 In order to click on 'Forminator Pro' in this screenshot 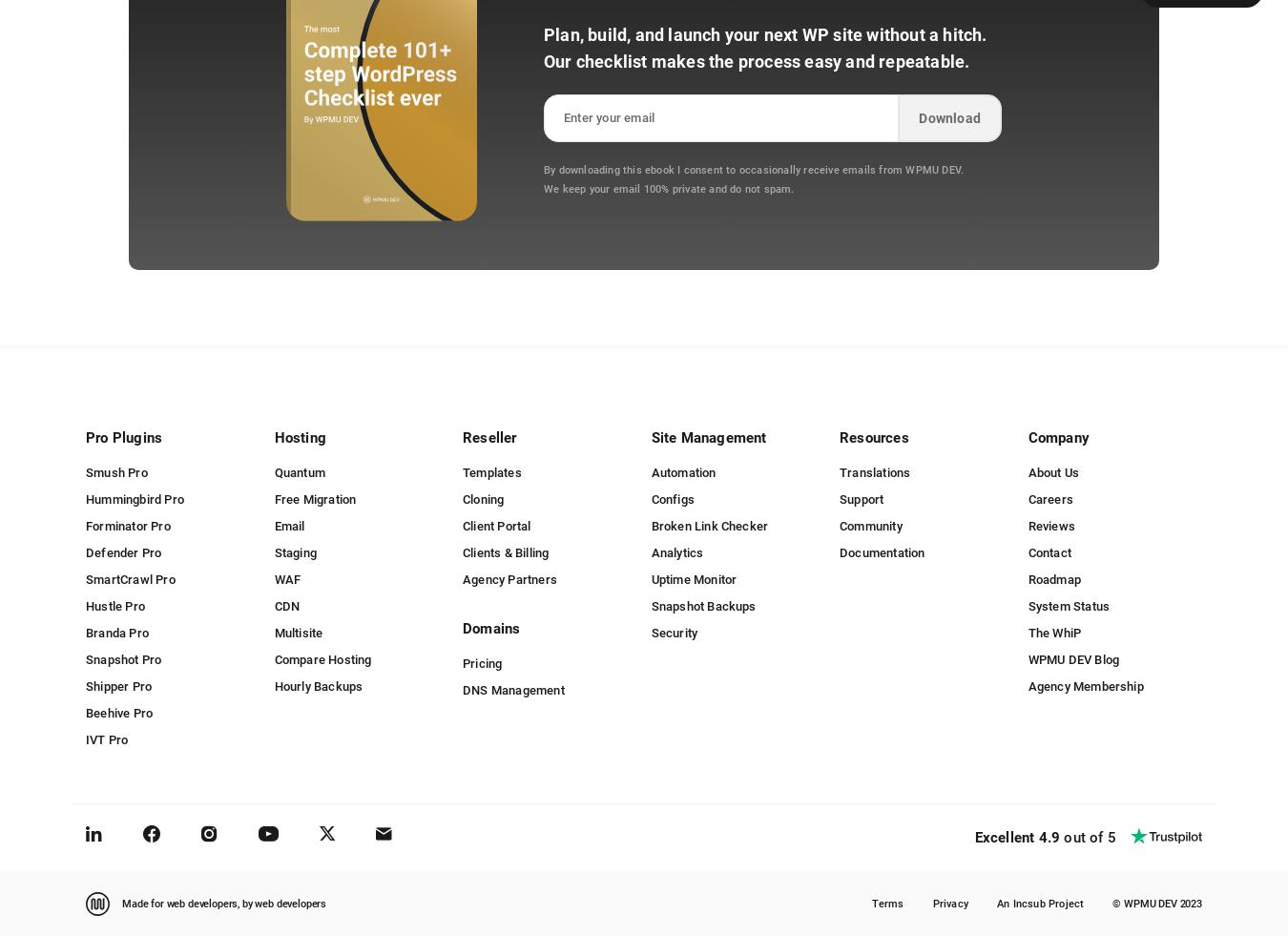, I will do `click(128, 526)`.